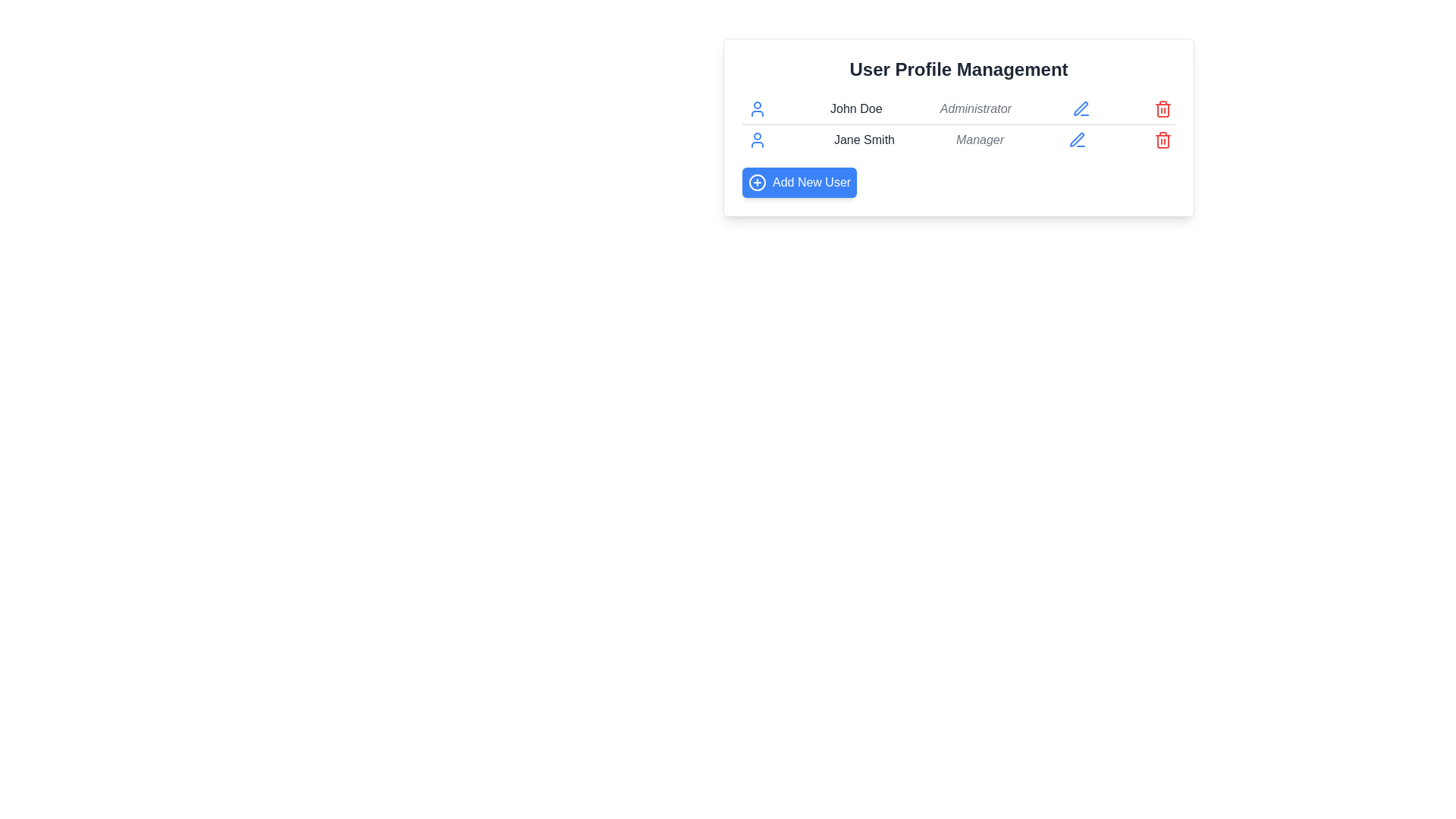 This screenshot has height=819, width=1456. I want to click on the text 'John Doe' from the Static text label located under the 'User Profile Management' section in the first row of user entries, so click(856, 108).